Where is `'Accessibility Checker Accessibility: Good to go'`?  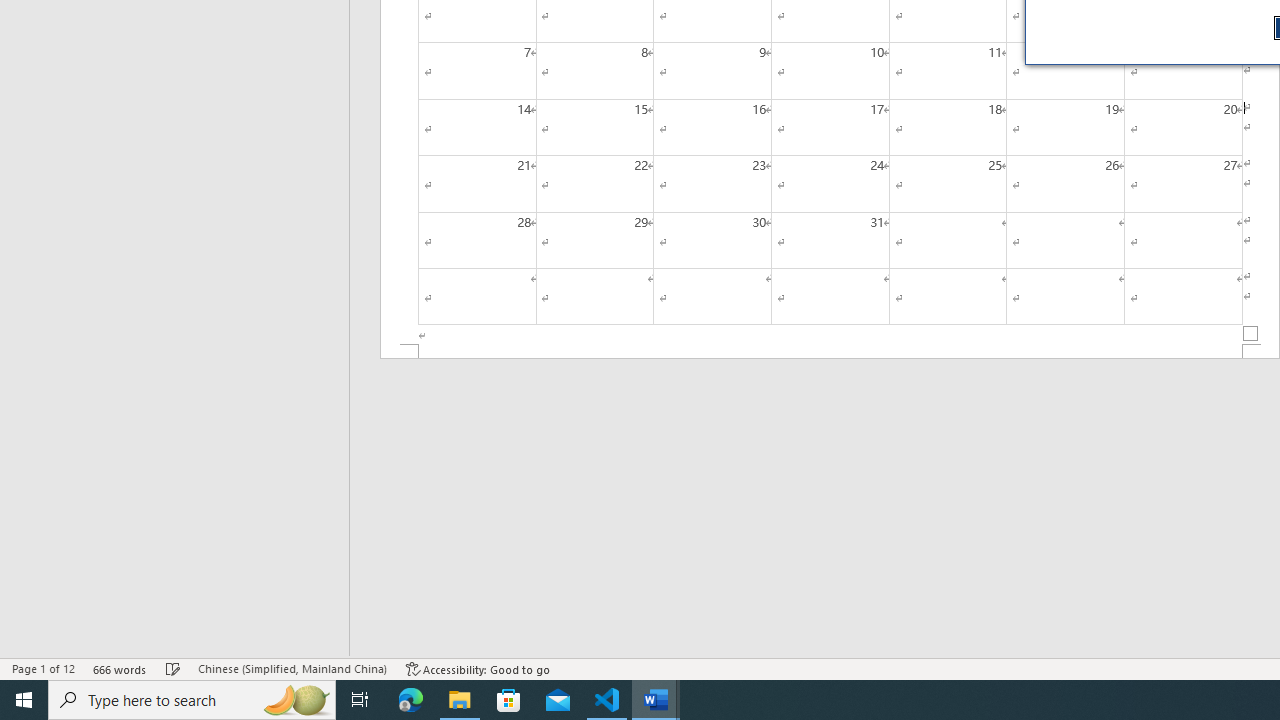
'Accessibility Checker Accessibility: Good to go' is located at coordinates (477, 669).